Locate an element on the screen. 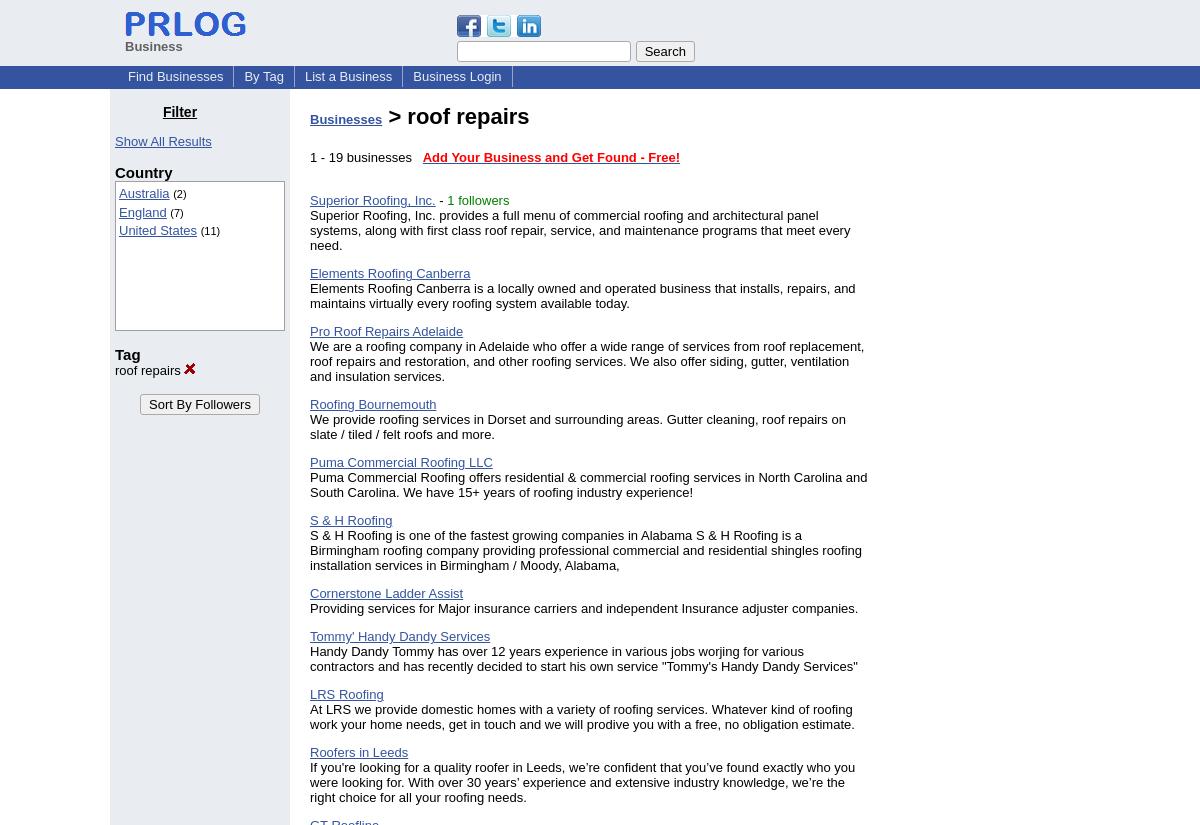  'Providing services for Major insurance carriers and independent Insurance adjuster companies.' is located at coordinates (583, 608).